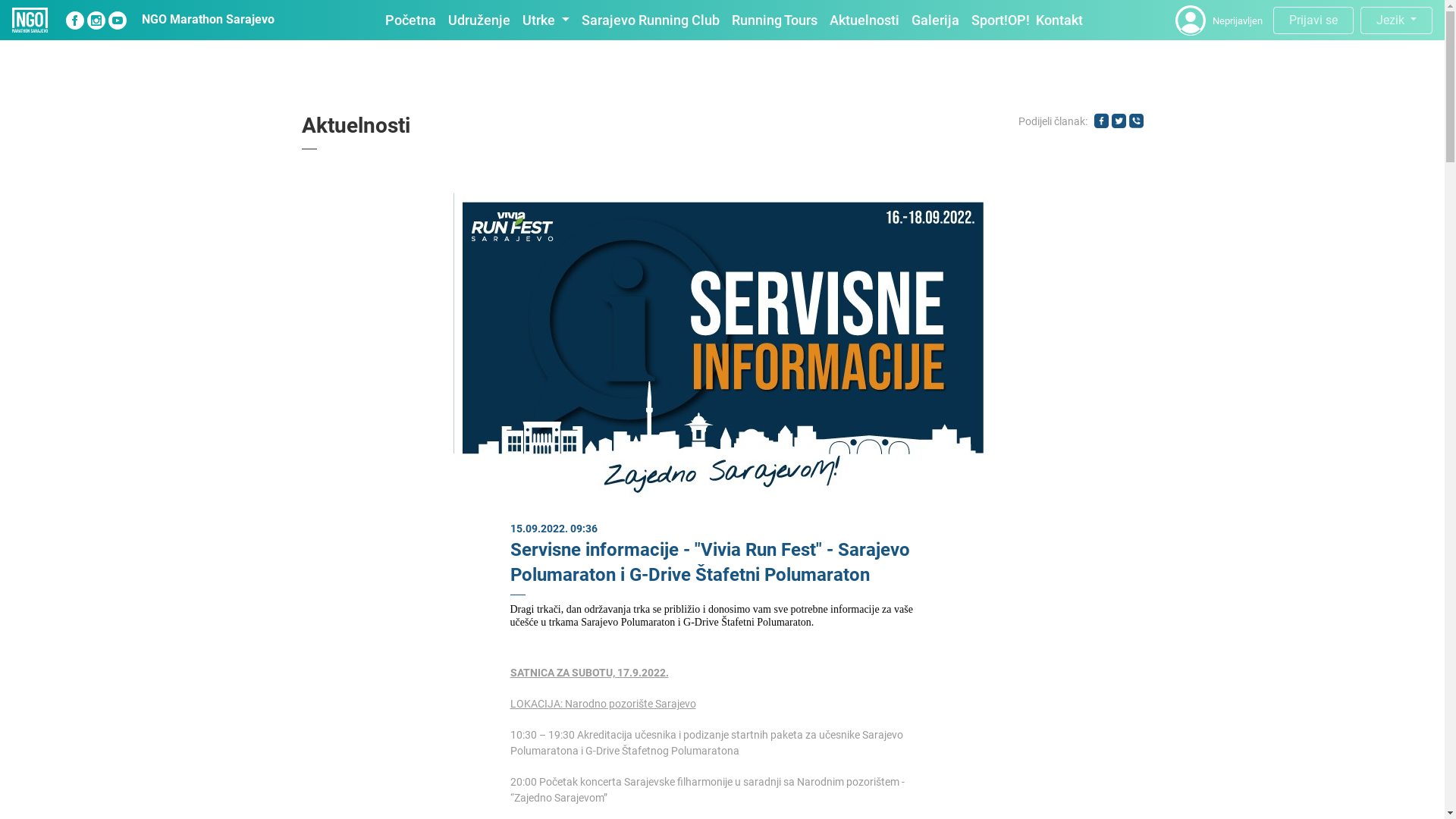 The width and height of the screenshot is (1456, 819). Describe the element at coordinates (1395, 20) in the screenshot. I see `'Jezik'` at that location.